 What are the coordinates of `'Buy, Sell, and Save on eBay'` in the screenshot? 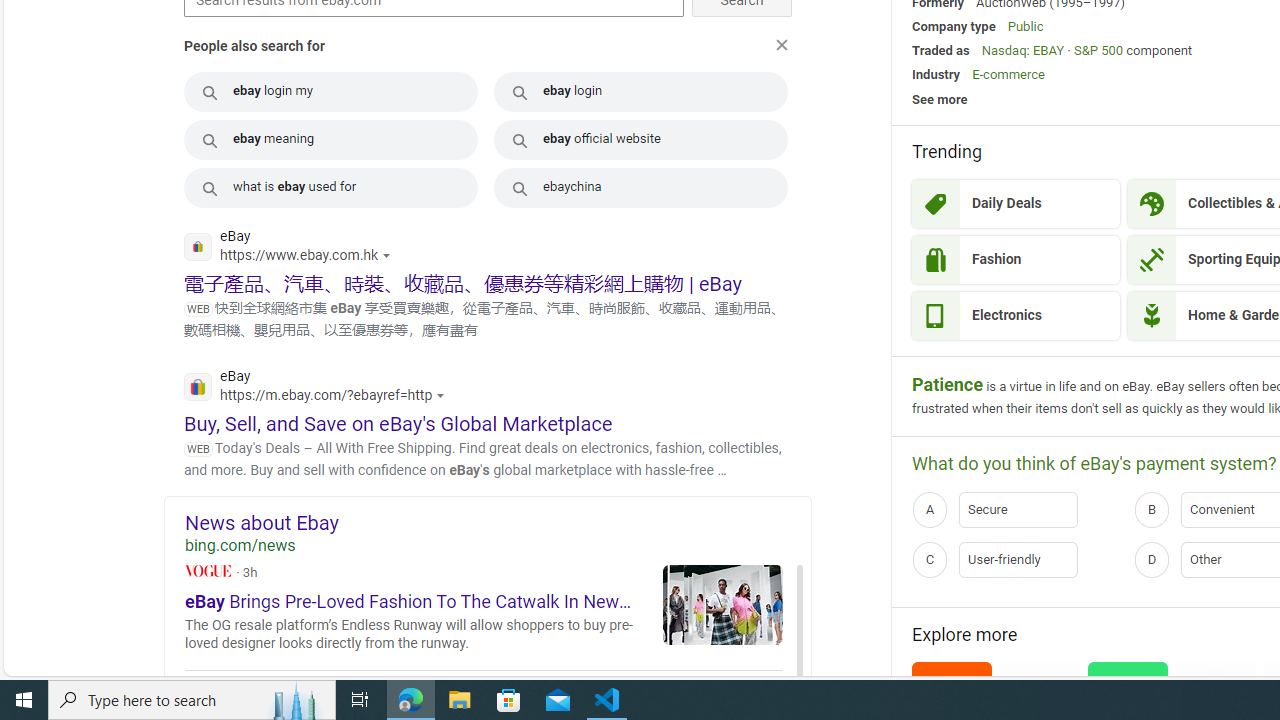 It's located at (398, 422).